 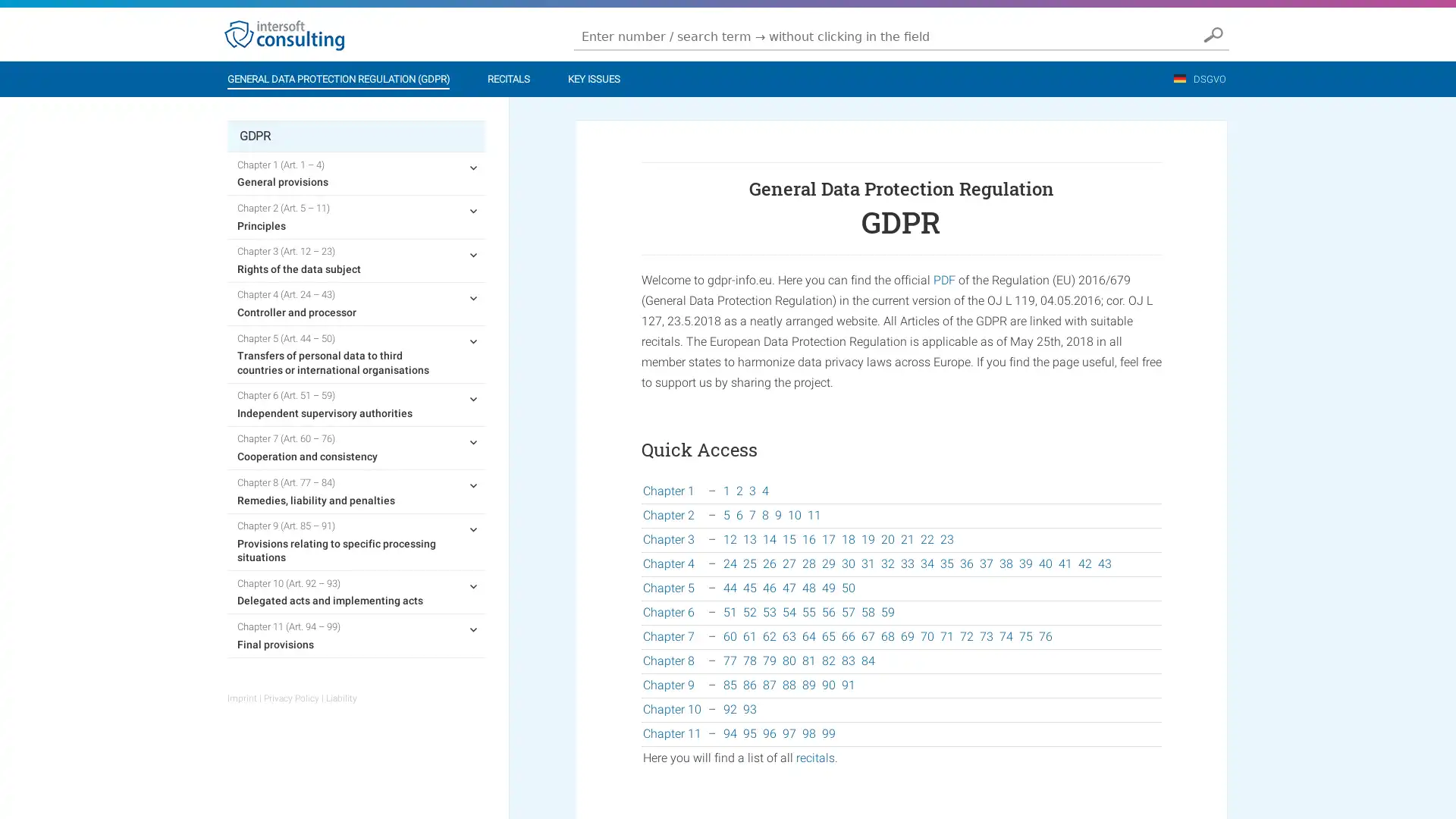 What do you see at coordinates (472, 297) in the screenshot?
I see `expand child menu` at bounding box center [472, 297].